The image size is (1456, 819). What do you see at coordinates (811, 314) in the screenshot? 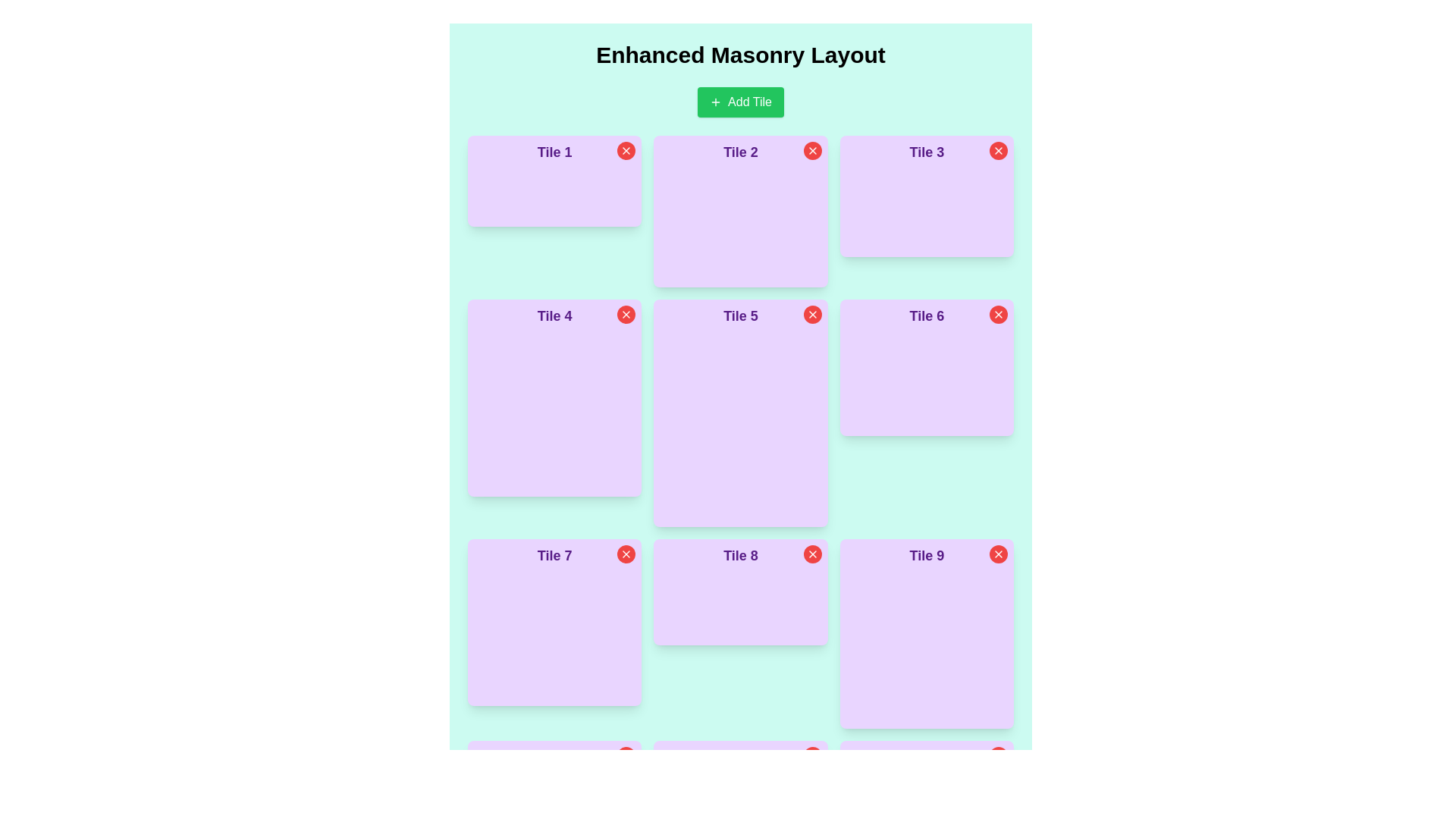
I see `the close button located` at bounding box center [811, 314].